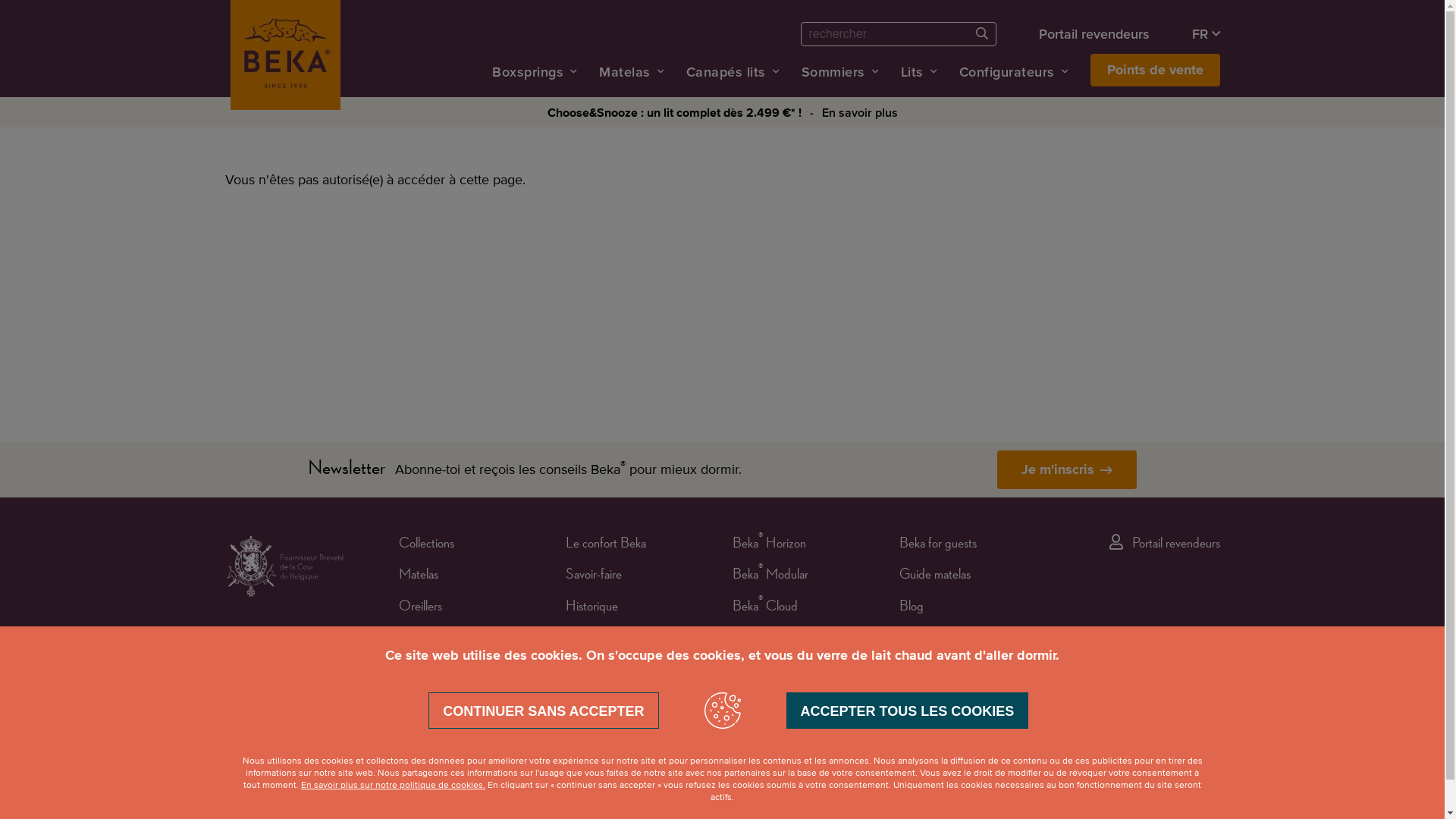 The image size is (1456, 819). Describe the element at coordinates (1090, 70) in the screenshot. I see `'Points de vente'` at that location.